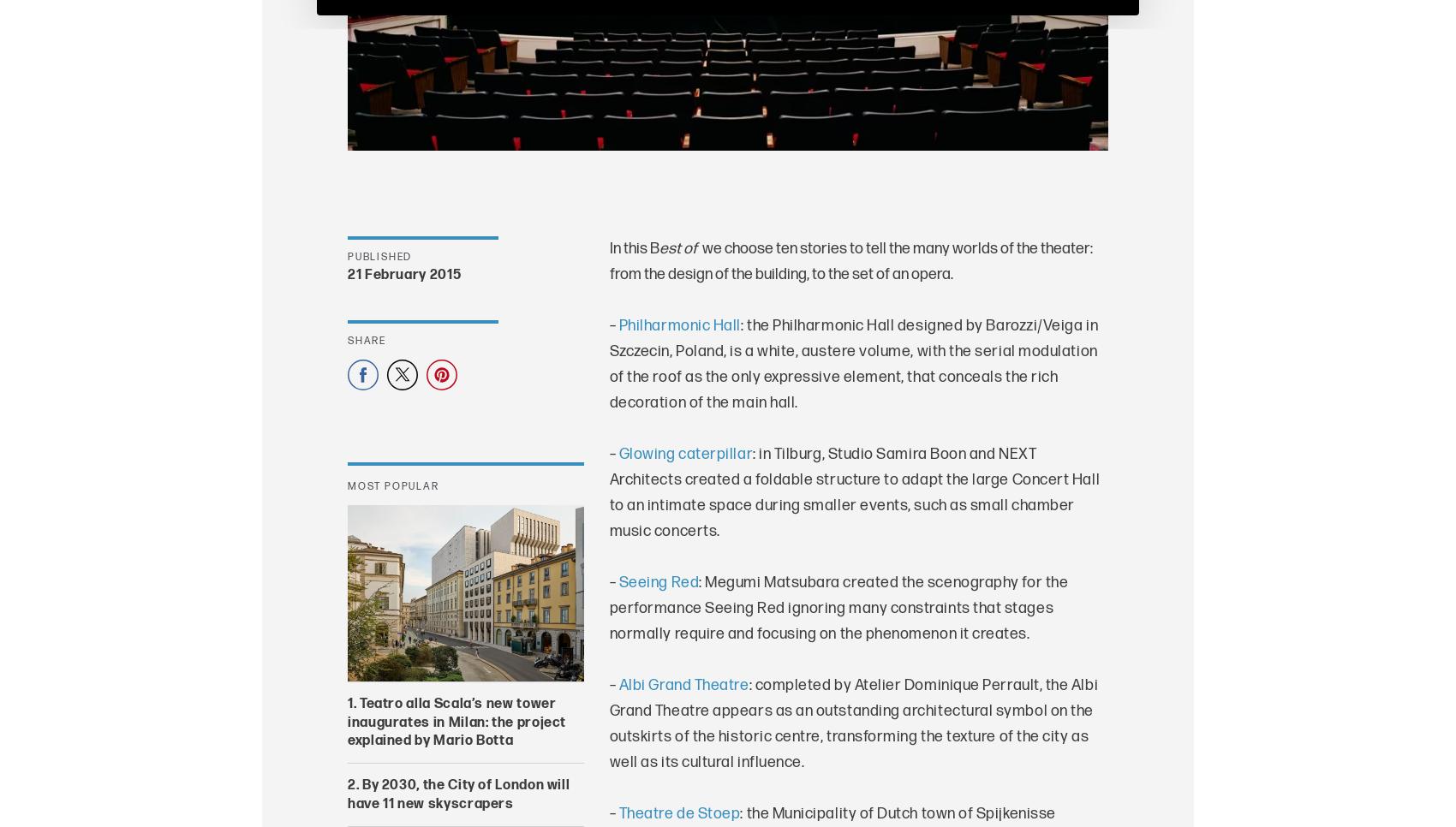 Image resolution: width=1456 pixels, height=827 pixels. I want to click on 'Share', so click(367, 340).